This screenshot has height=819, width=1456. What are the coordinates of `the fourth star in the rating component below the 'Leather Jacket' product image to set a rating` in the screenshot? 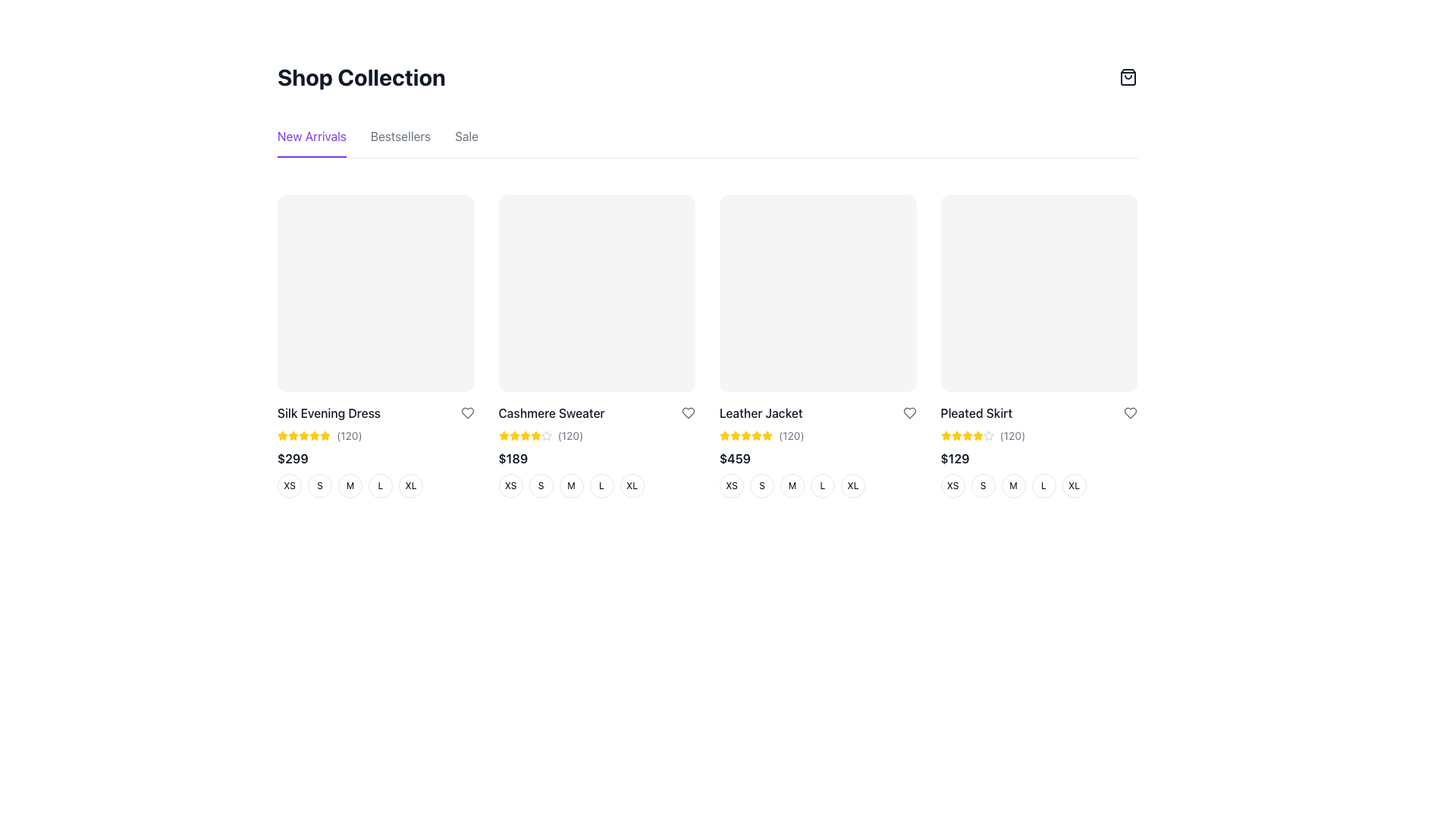 It's located at (723, 435).